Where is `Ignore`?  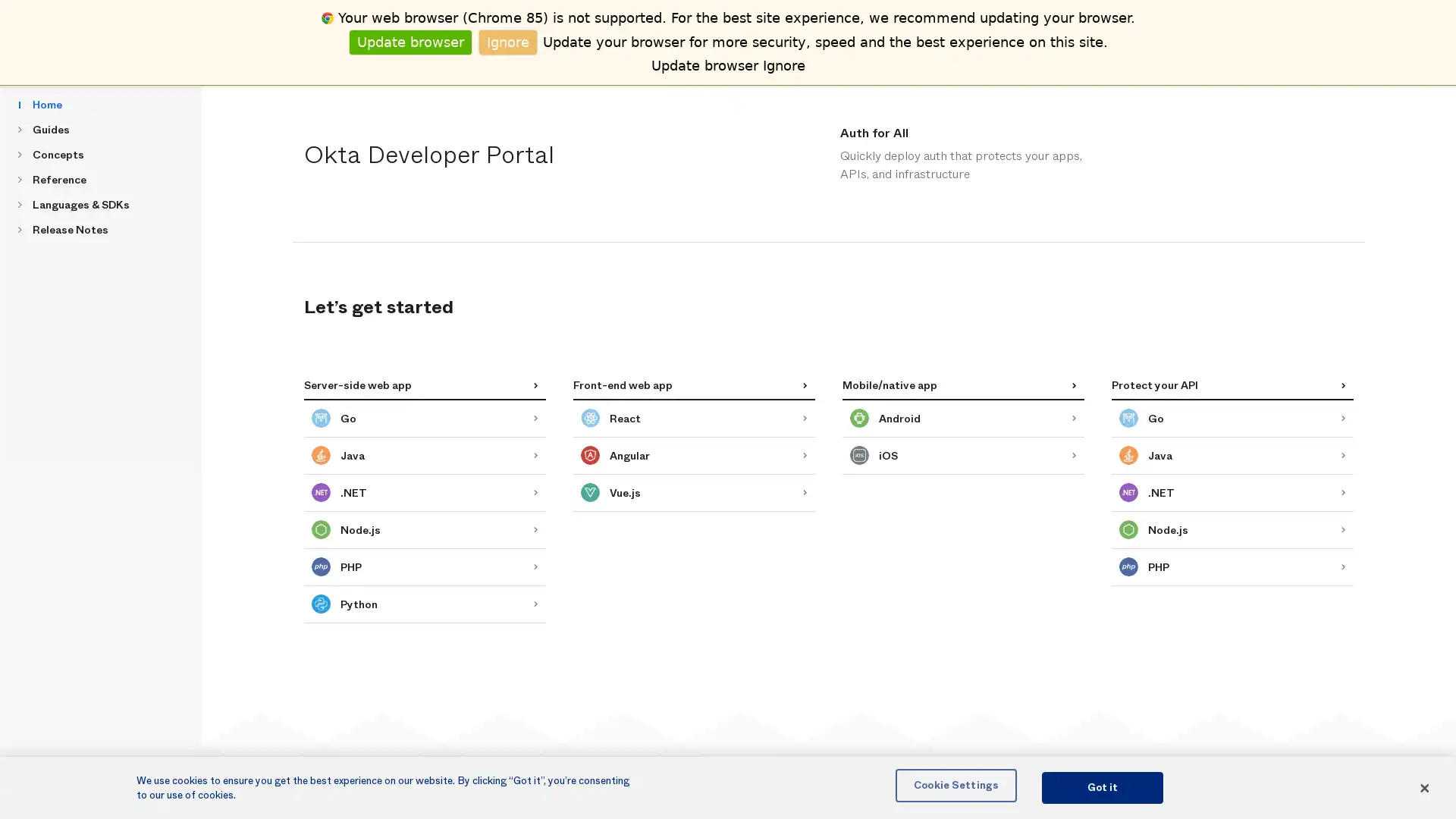
Ignore is located at coordinates (508, 41).